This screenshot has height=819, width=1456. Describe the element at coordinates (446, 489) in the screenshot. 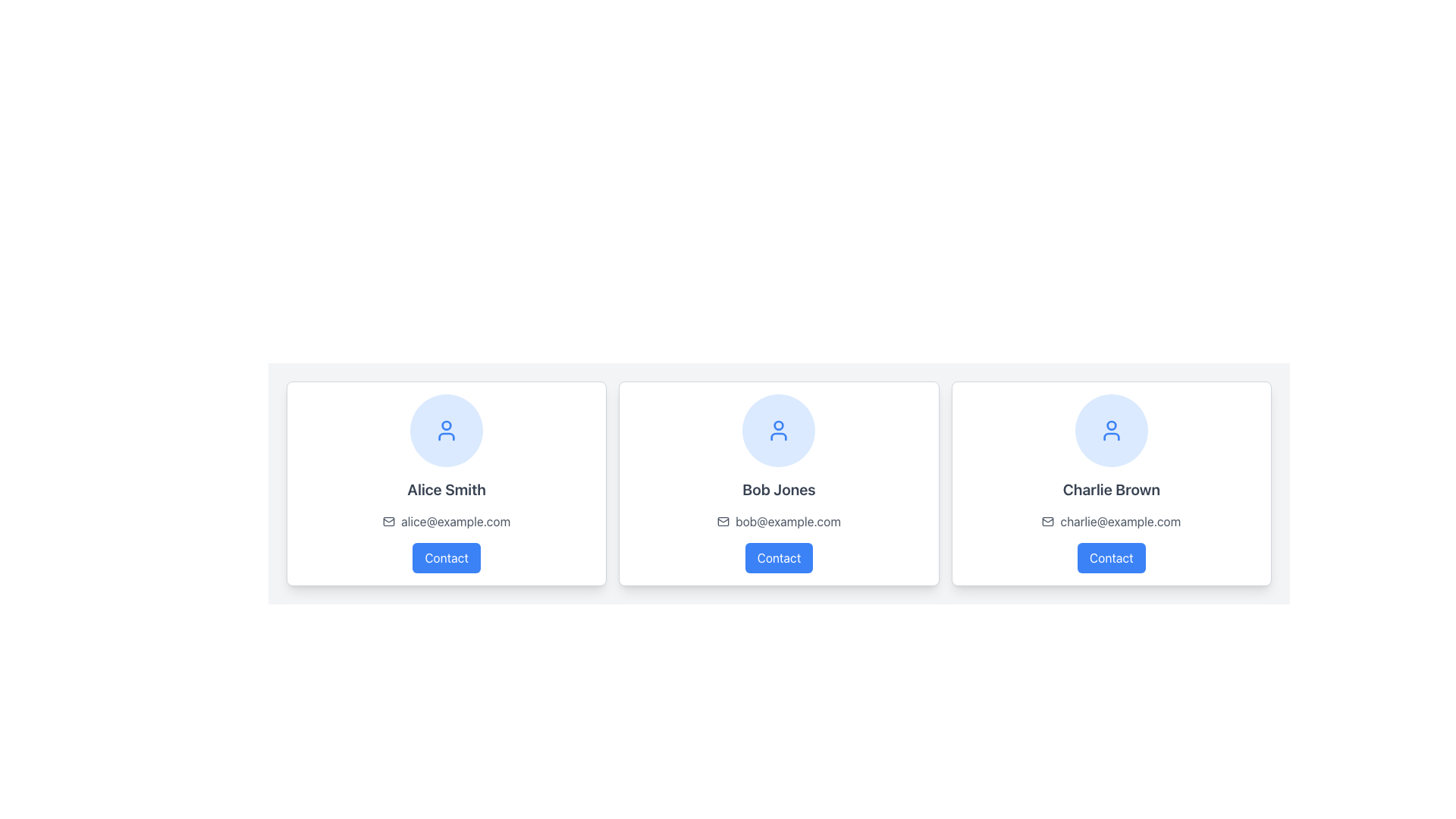

I see `the text label displaying 'Alice Smith', which is positioned below a circular icon and above an email address` at that location.